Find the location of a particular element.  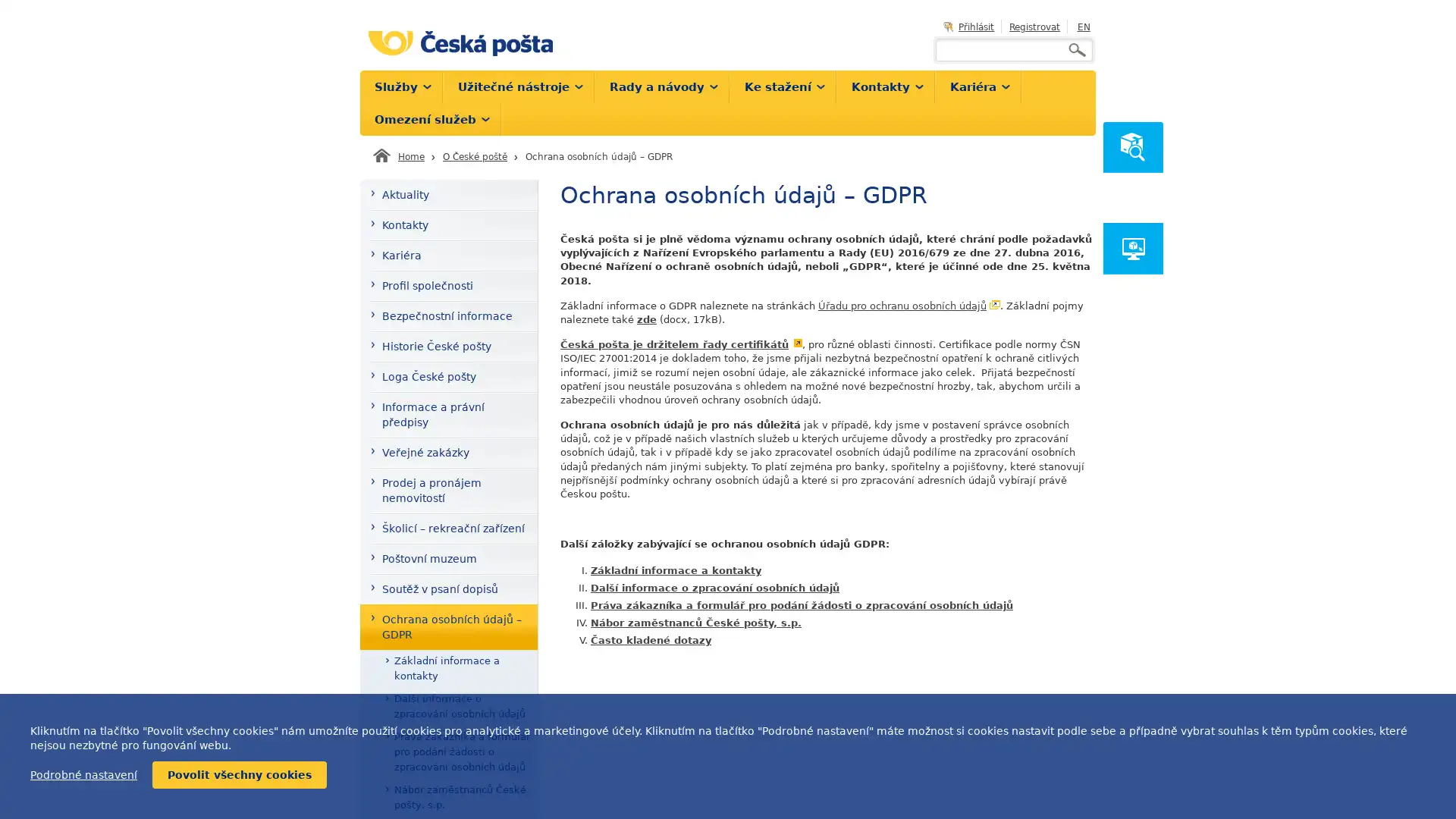

Povolit vsechny cookies is located at coordinates (239, 775).